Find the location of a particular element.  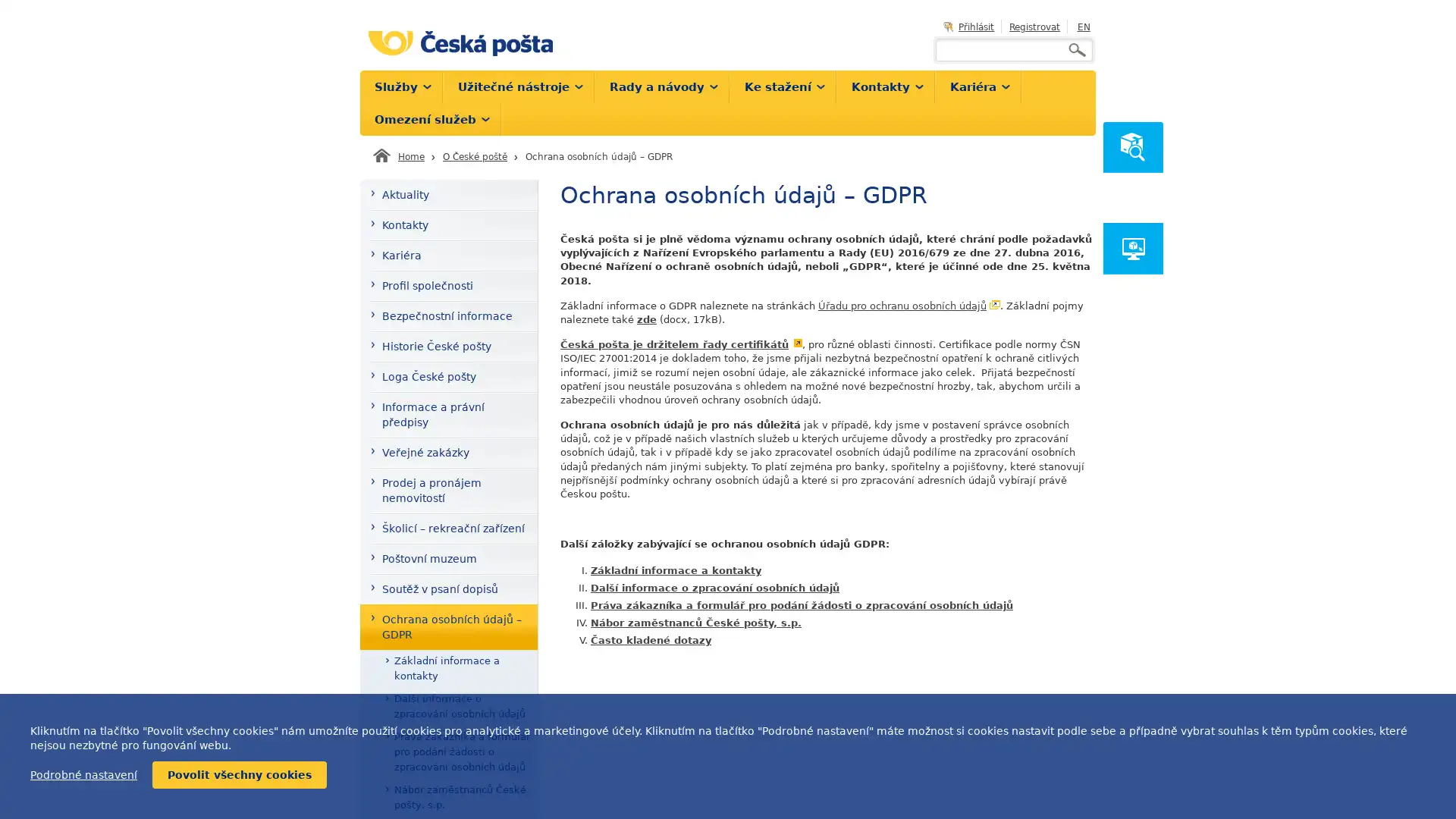

Povolit vsechny cookies is located at coordinates (239, 775).